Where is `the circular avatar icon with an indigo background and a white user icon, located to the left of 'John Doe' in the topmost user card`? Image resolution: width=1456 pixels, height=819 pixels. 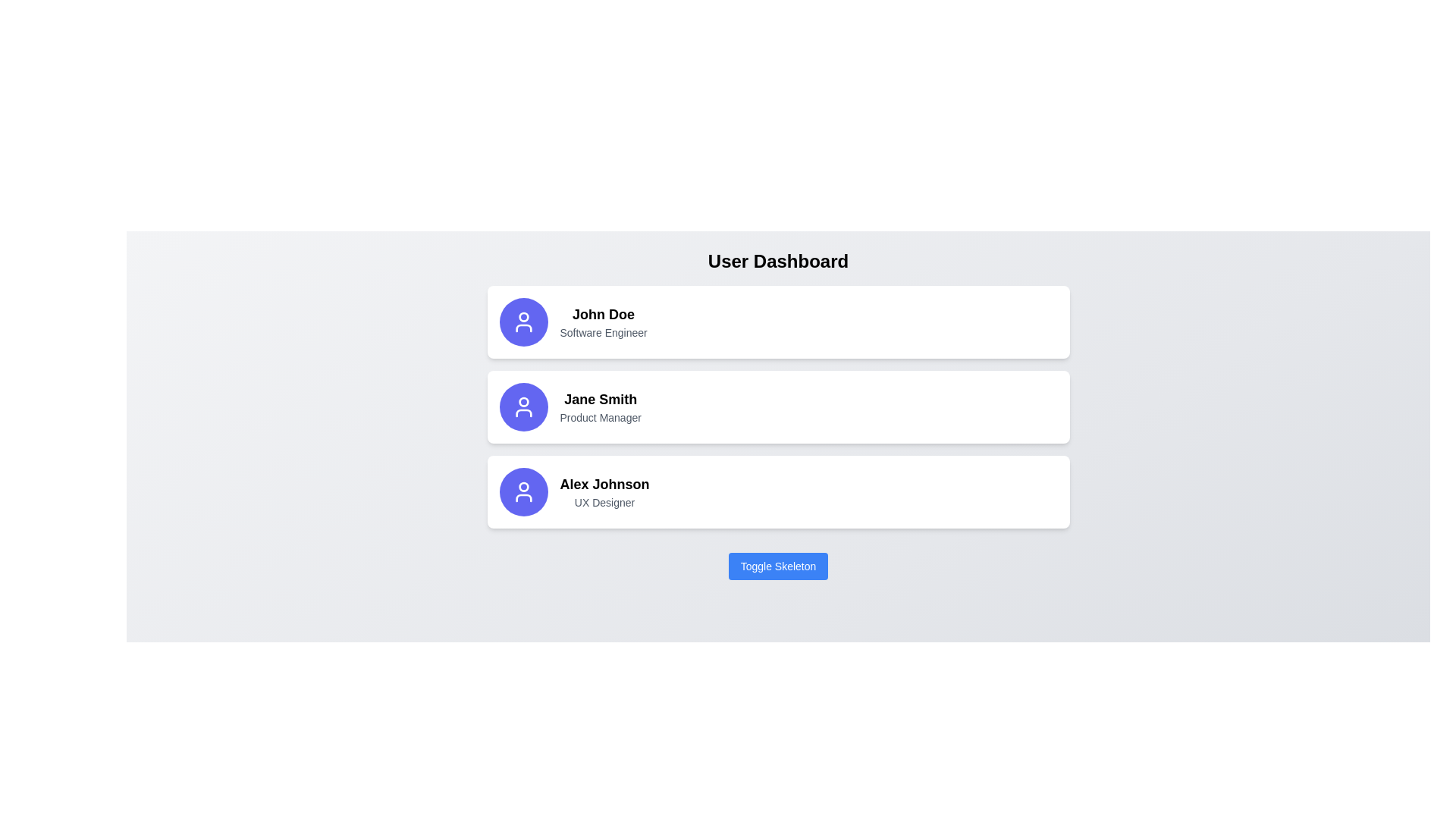 the circular avatar icon with an indigo background and a white user icon, located to the left of 'John Doe' in the topmost user card is located at coordinates (523, 321).